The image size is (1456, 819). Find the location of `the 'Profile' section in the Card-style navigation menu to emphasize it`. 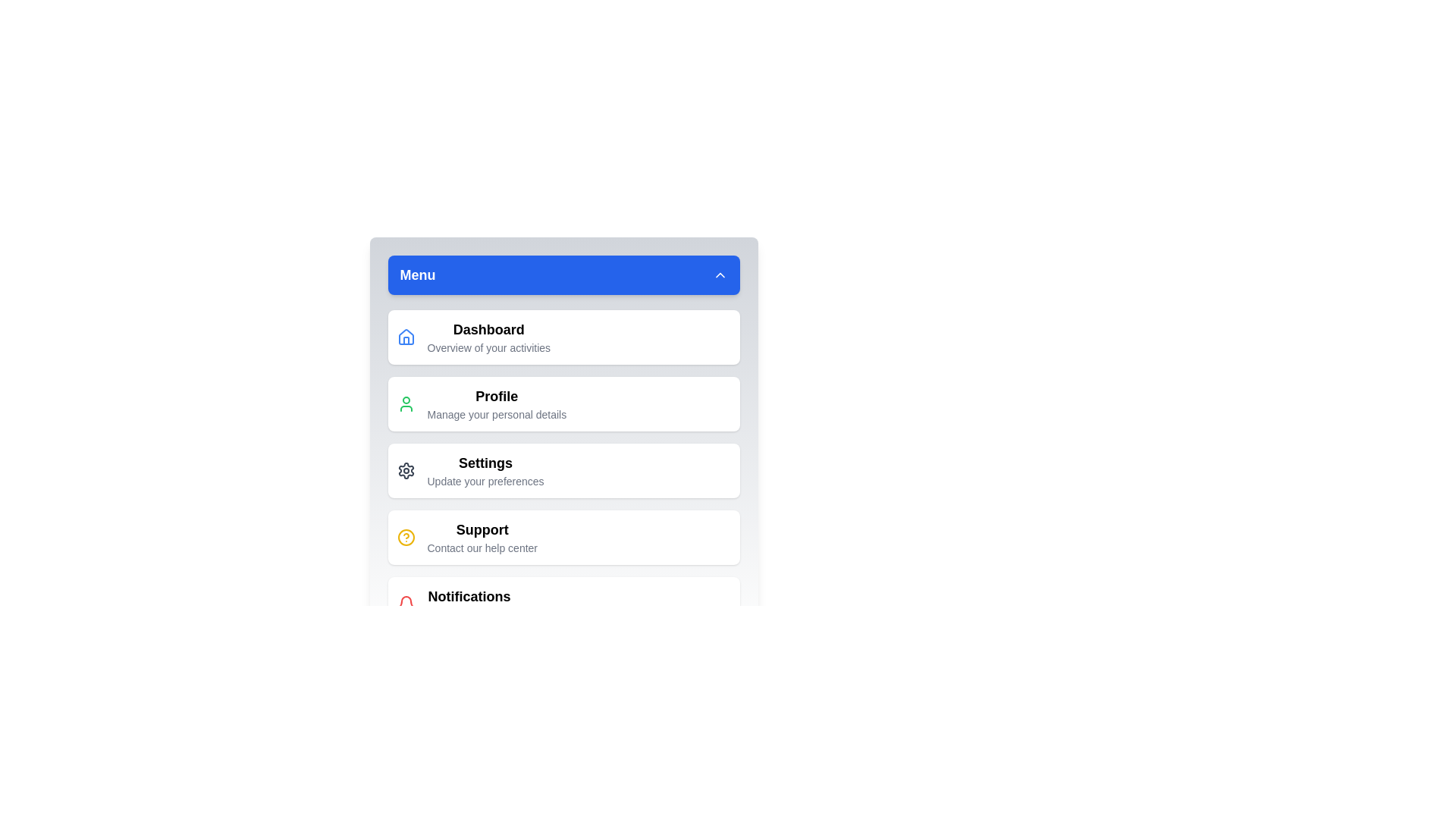

the 'Profile' section in the Card-style navigation menu to emphasize it is located at coordinates (563, 403).